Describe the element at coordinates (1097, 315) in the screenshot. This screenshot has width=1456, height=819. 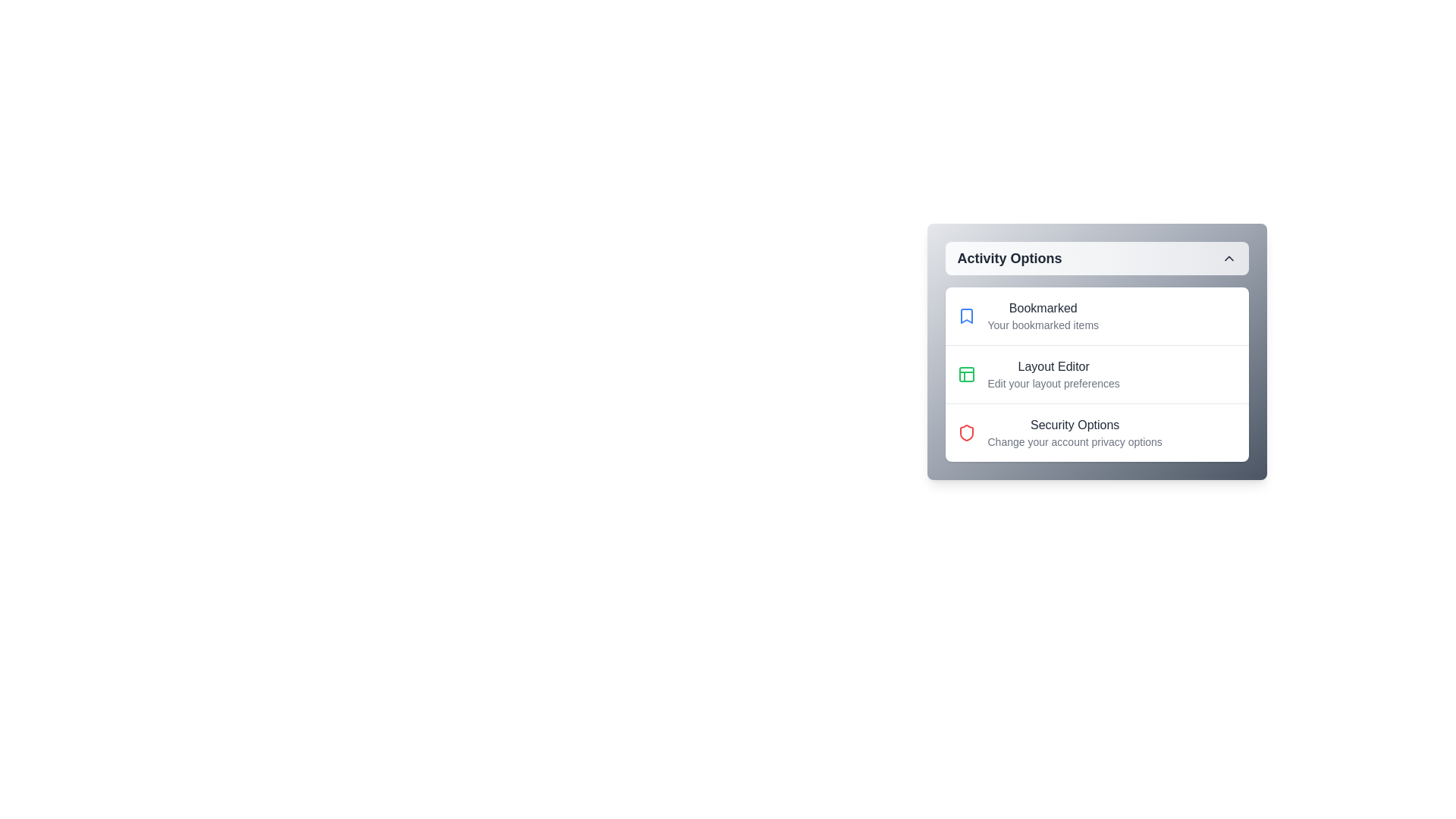
I see `the first item labeled 'Bookmarked' in the 'Activity Options' menu` at that location.